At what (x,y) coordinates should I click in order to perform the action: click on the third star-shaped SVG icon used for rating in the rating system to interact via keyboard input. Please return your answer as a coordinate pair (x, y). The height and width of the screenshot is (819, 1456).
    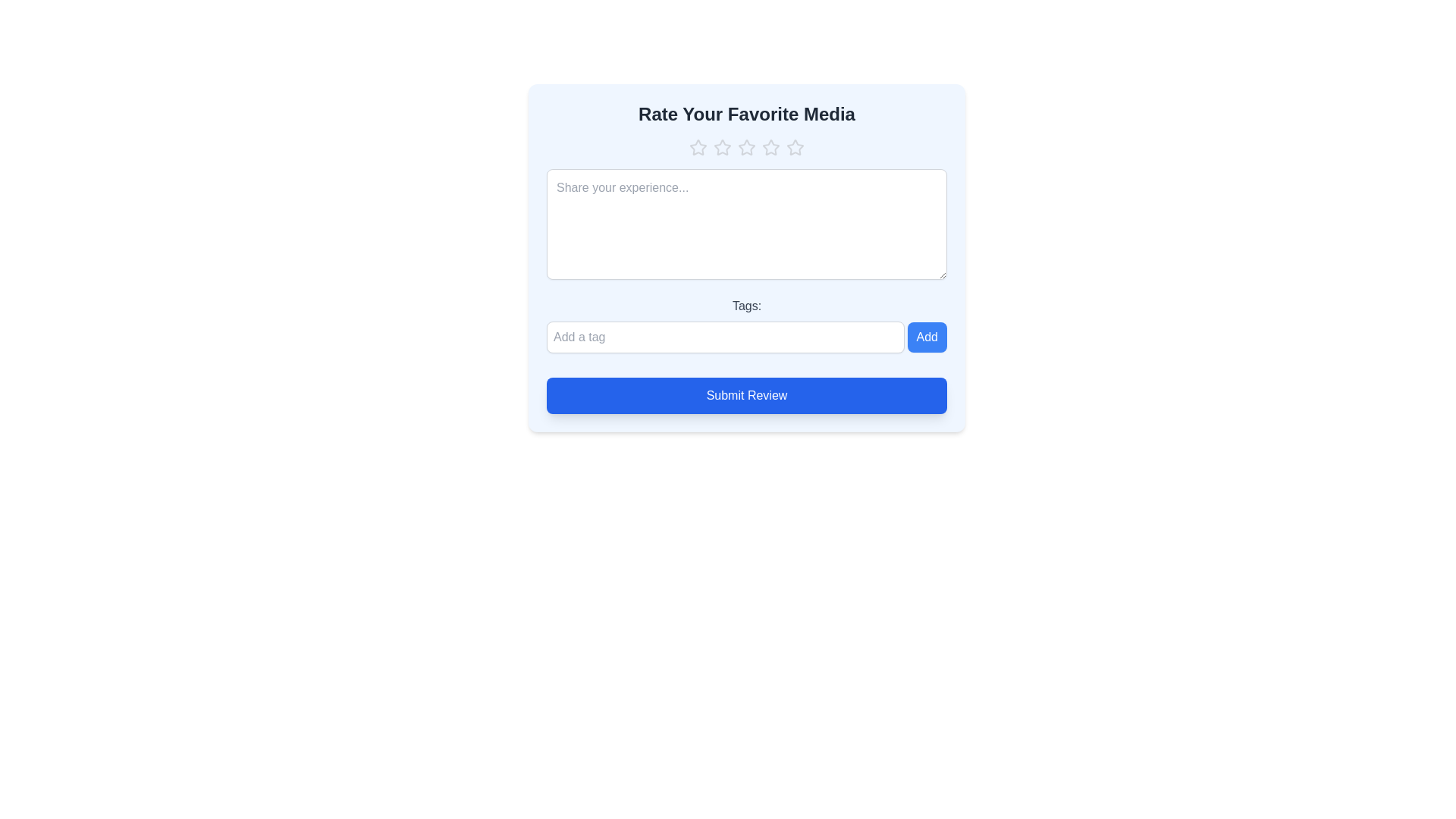
    Looking at the image, I should click on (746, 147).